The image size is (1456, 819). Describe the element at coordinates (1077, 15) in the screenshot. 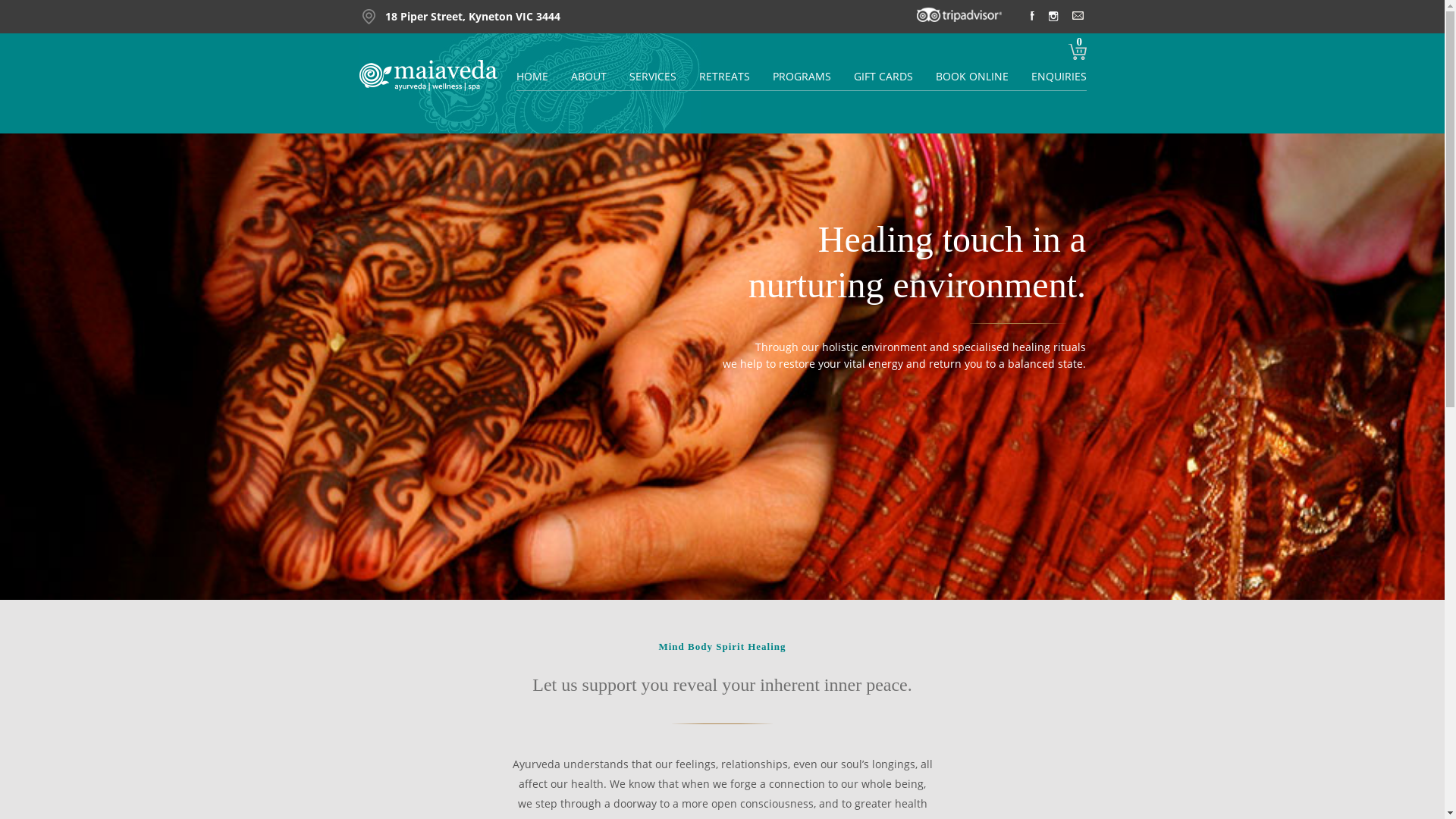

I see `' '` at that location.